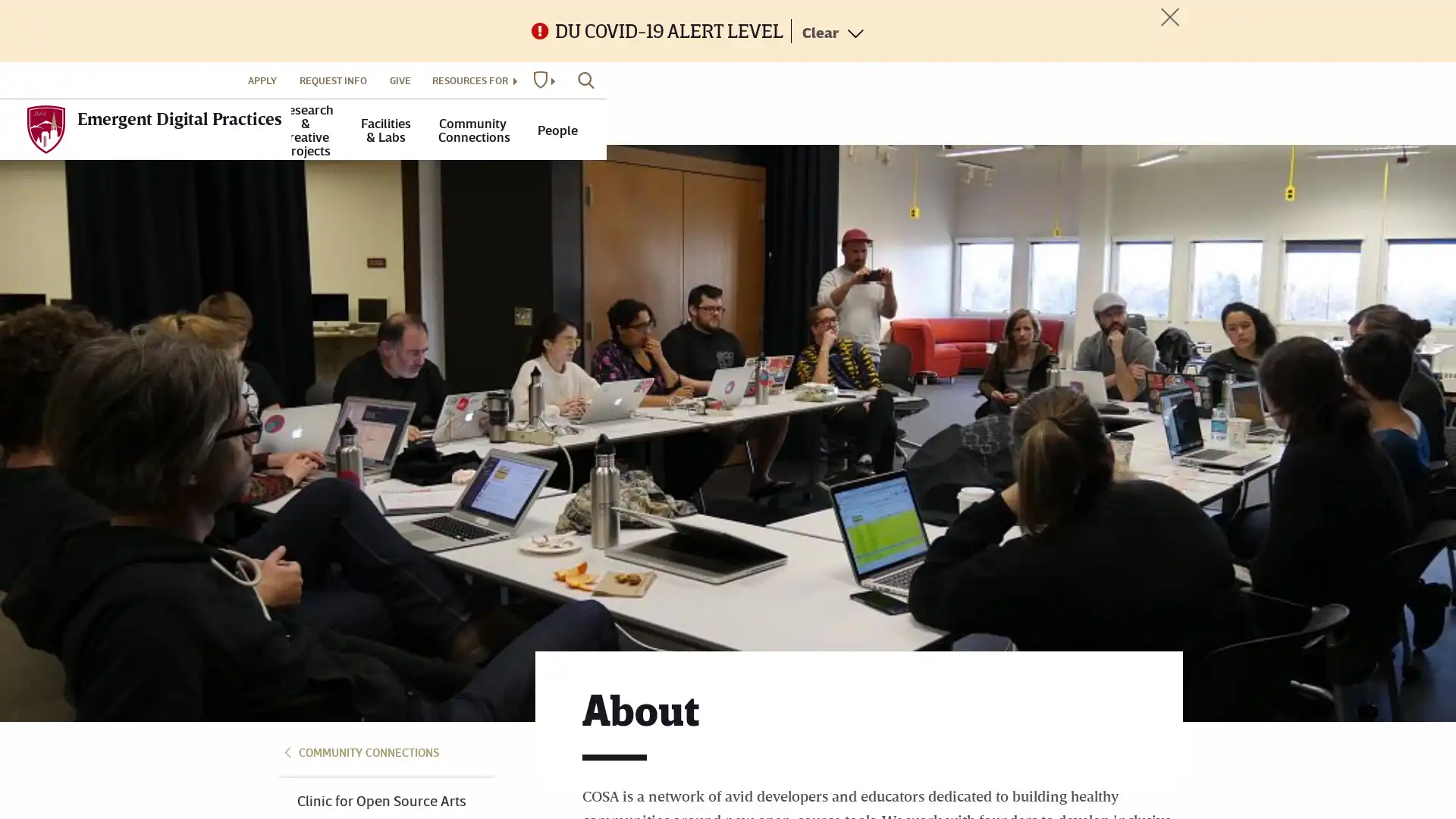 This screenshot has width=1456, height=819. Describe the element at coordinates (1161, 80) in the screenshot. I see `SEARCH` at that location.